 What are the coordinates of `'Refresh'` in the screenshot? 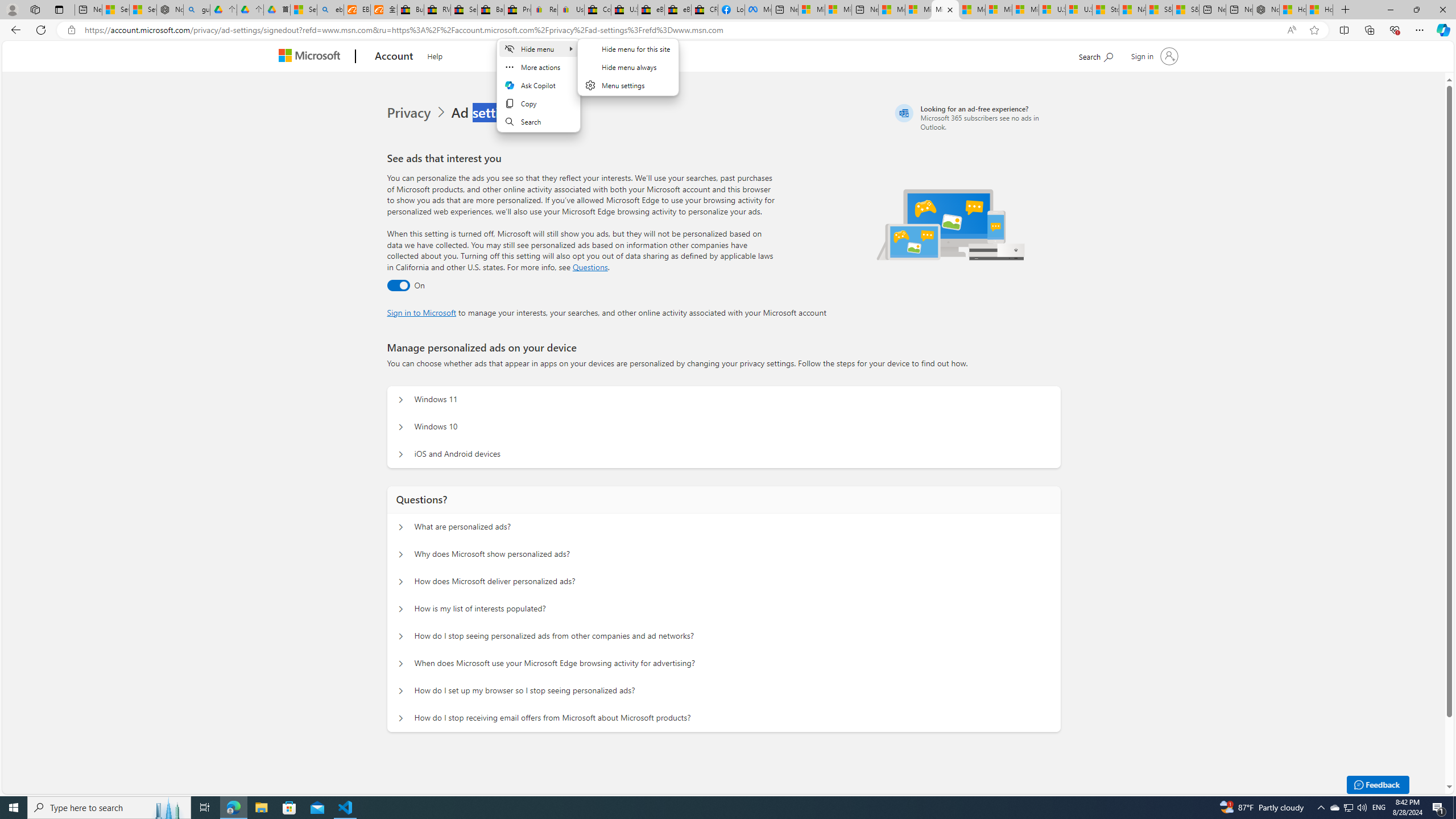 It's located at (40, 29).